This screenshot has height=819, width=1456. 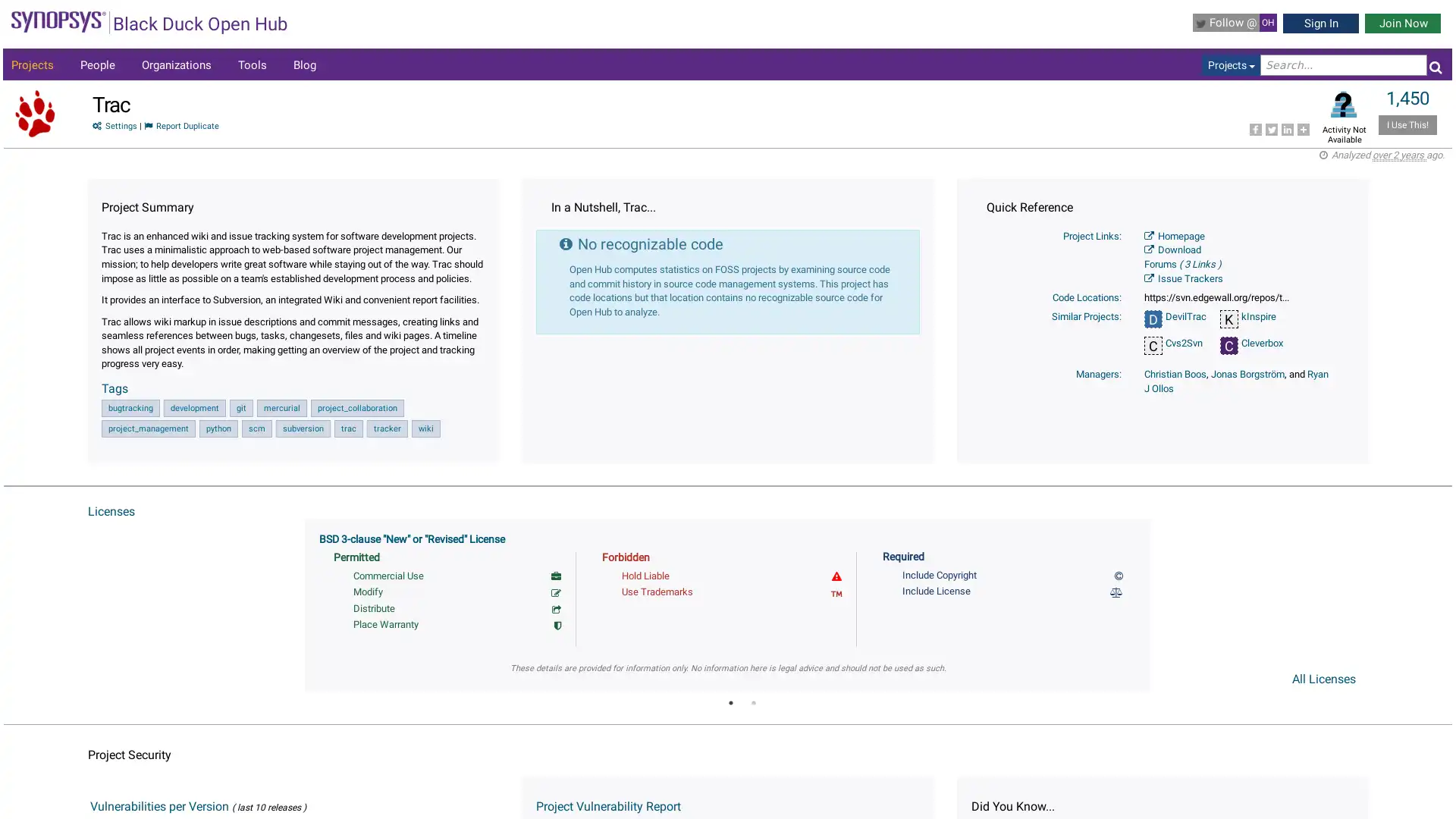 I want to click on Share to LinkedIn, so click(x=1286, y=128).